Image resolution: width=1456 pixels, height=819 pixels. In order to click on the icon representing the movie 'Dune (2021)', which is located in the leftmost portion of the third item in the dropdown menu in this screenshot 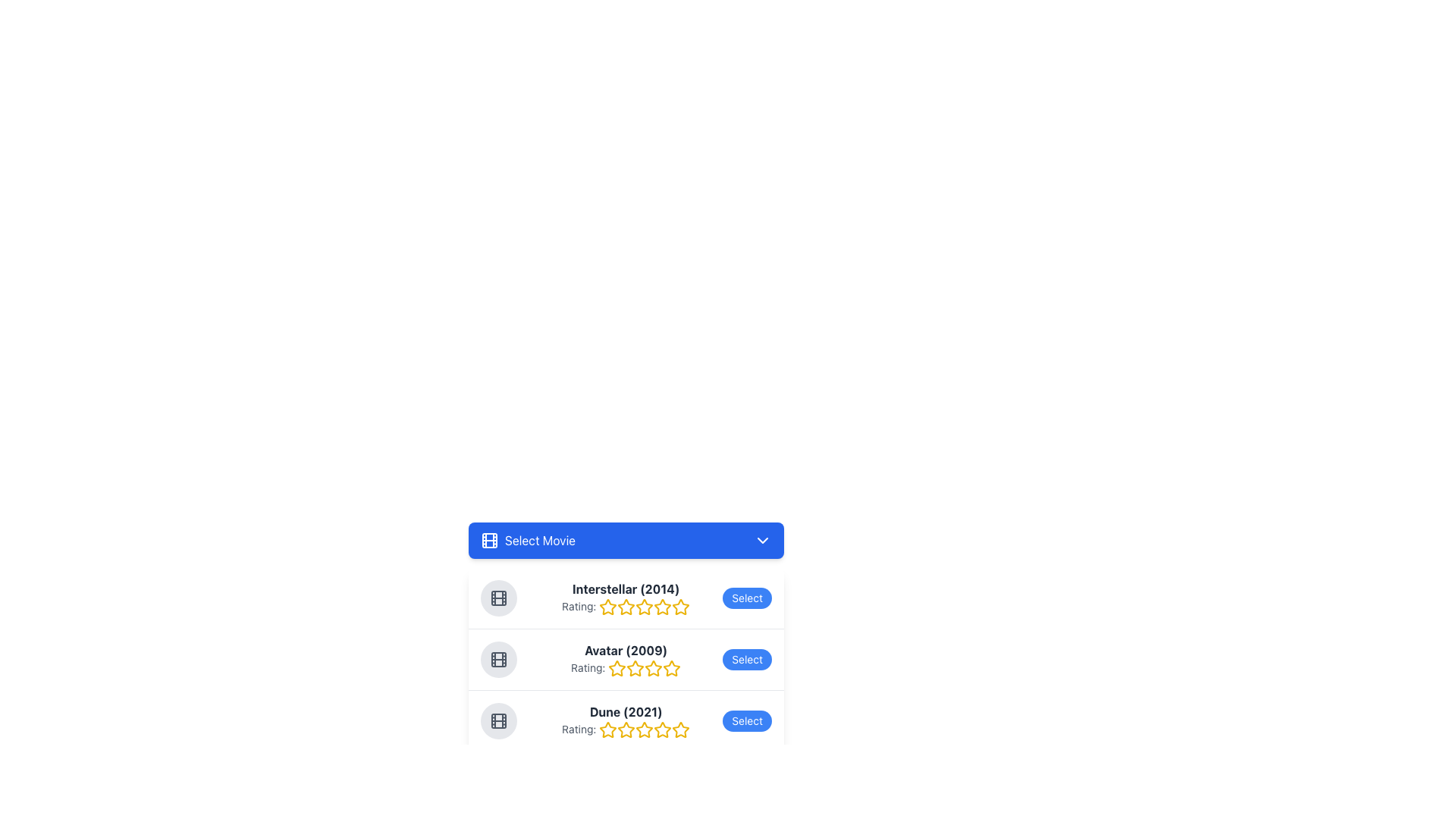, I will do `click(498, 720)`.